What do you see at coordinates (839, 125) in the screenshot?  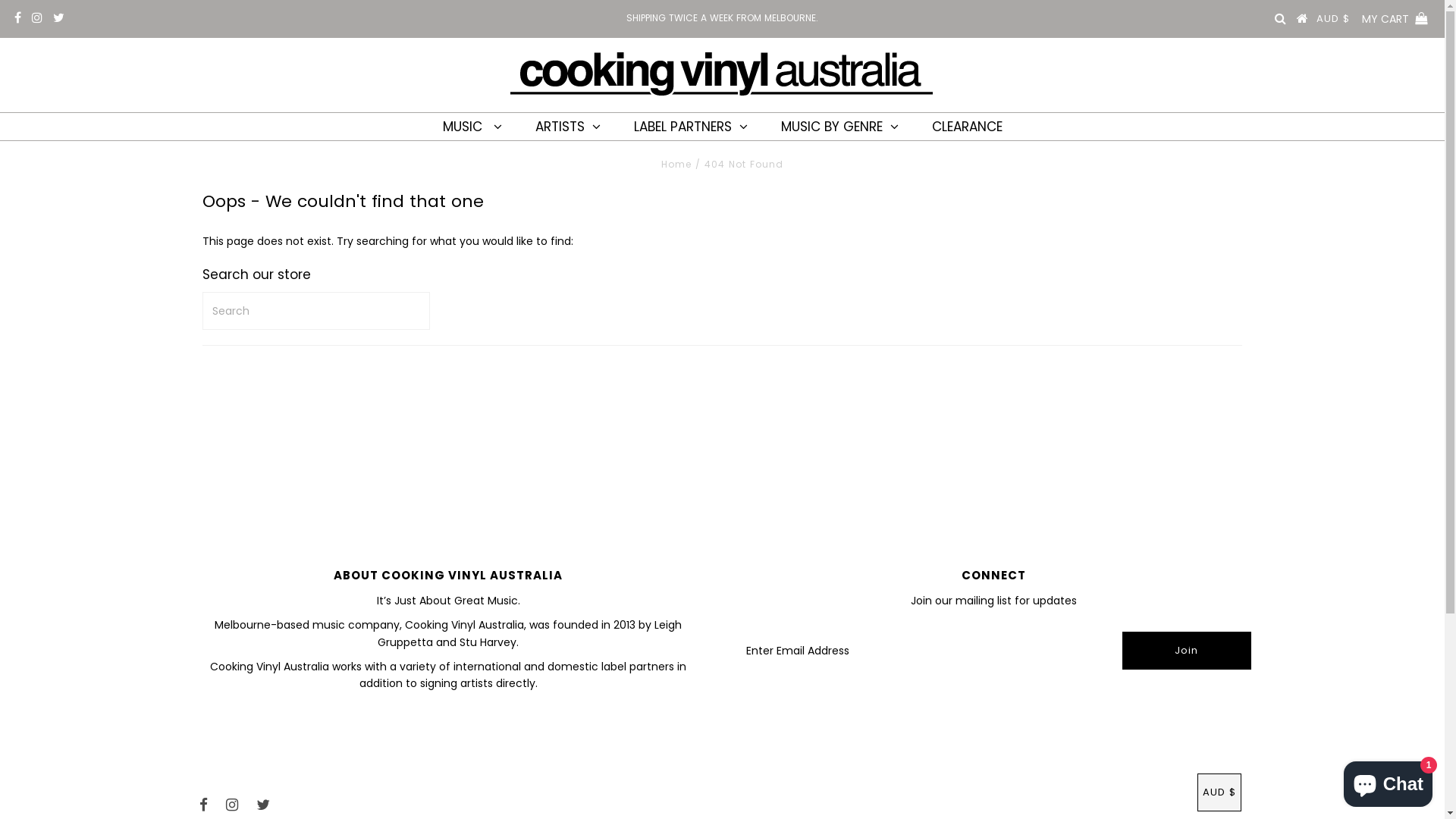 I see `'MUSIC BY GENRE'` at bounding box center [839, 125].